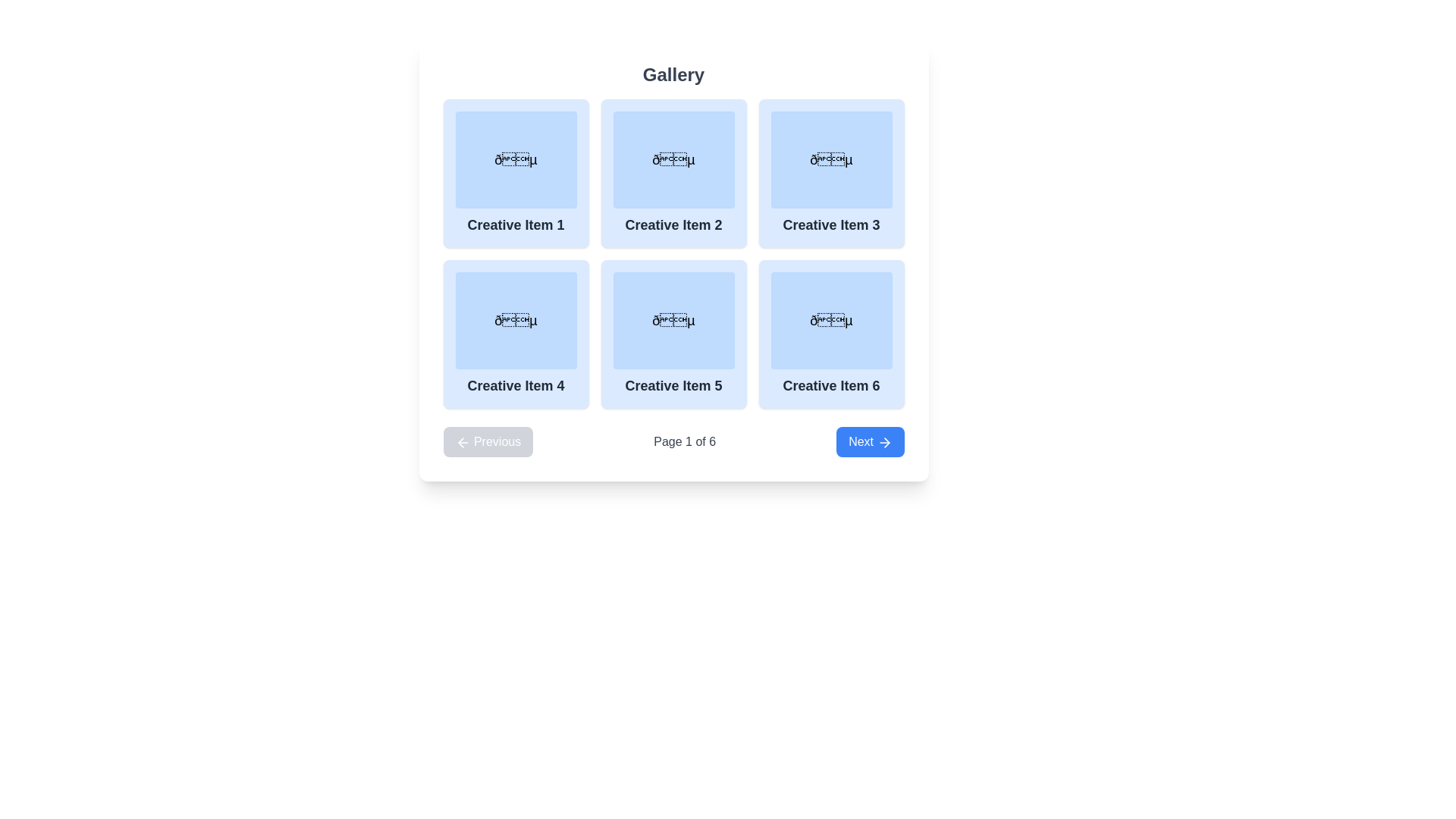 The height and width of the screenshot is (819, 1456). Describe the element at coordinates (673, 385) in the screenshot. I see `text label identifying the item as 'Creative Item 5', which is located in the bottom row of the gallery layout as the second item` at that location.